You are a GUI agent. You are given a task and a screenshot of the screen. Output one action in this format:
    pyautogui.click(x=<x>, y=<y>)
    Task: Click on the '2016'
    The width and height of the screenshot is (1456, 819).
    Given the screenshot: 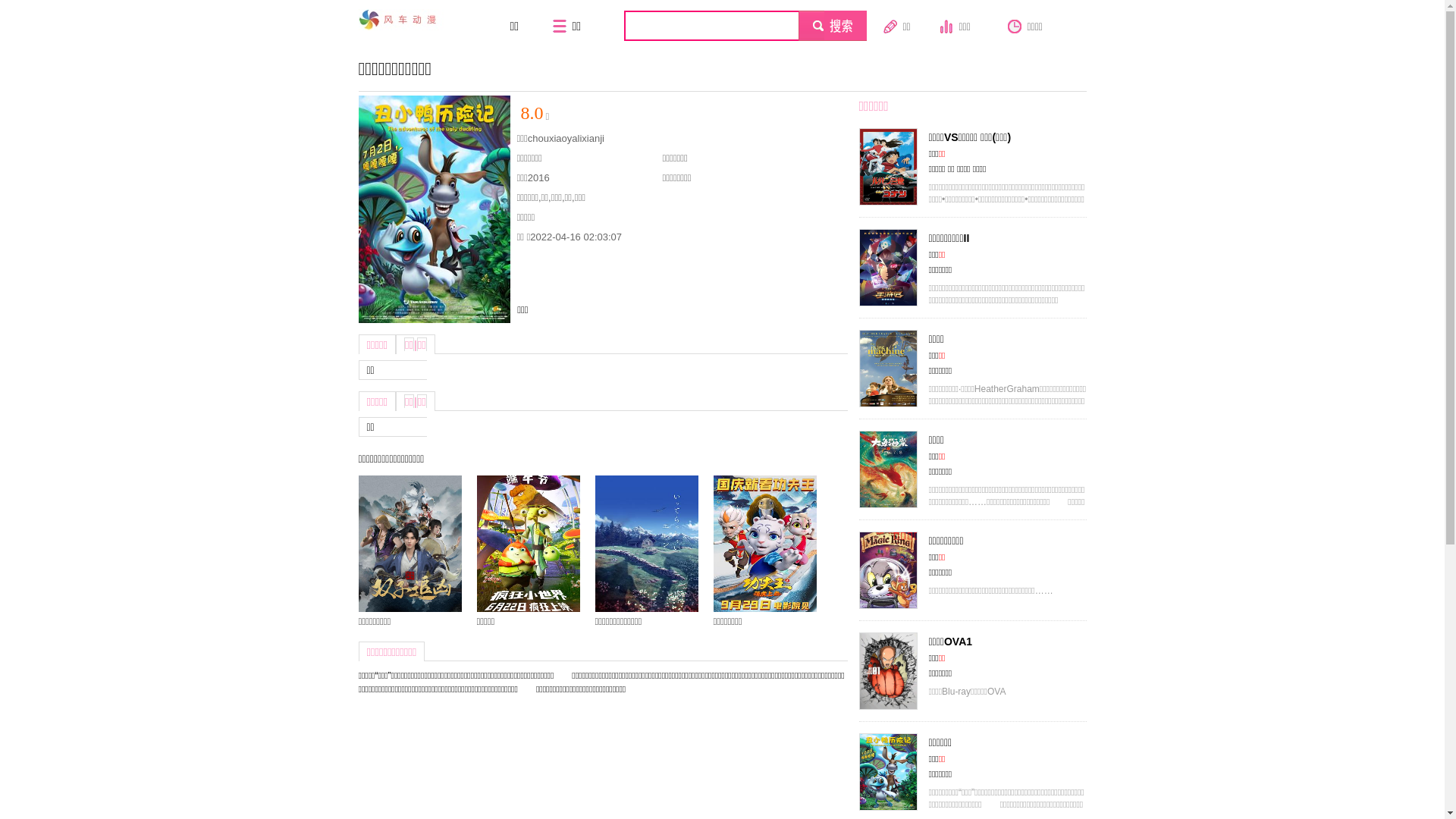 What is the action you would take?
    pyautogui.click(x=538, y=177)
    